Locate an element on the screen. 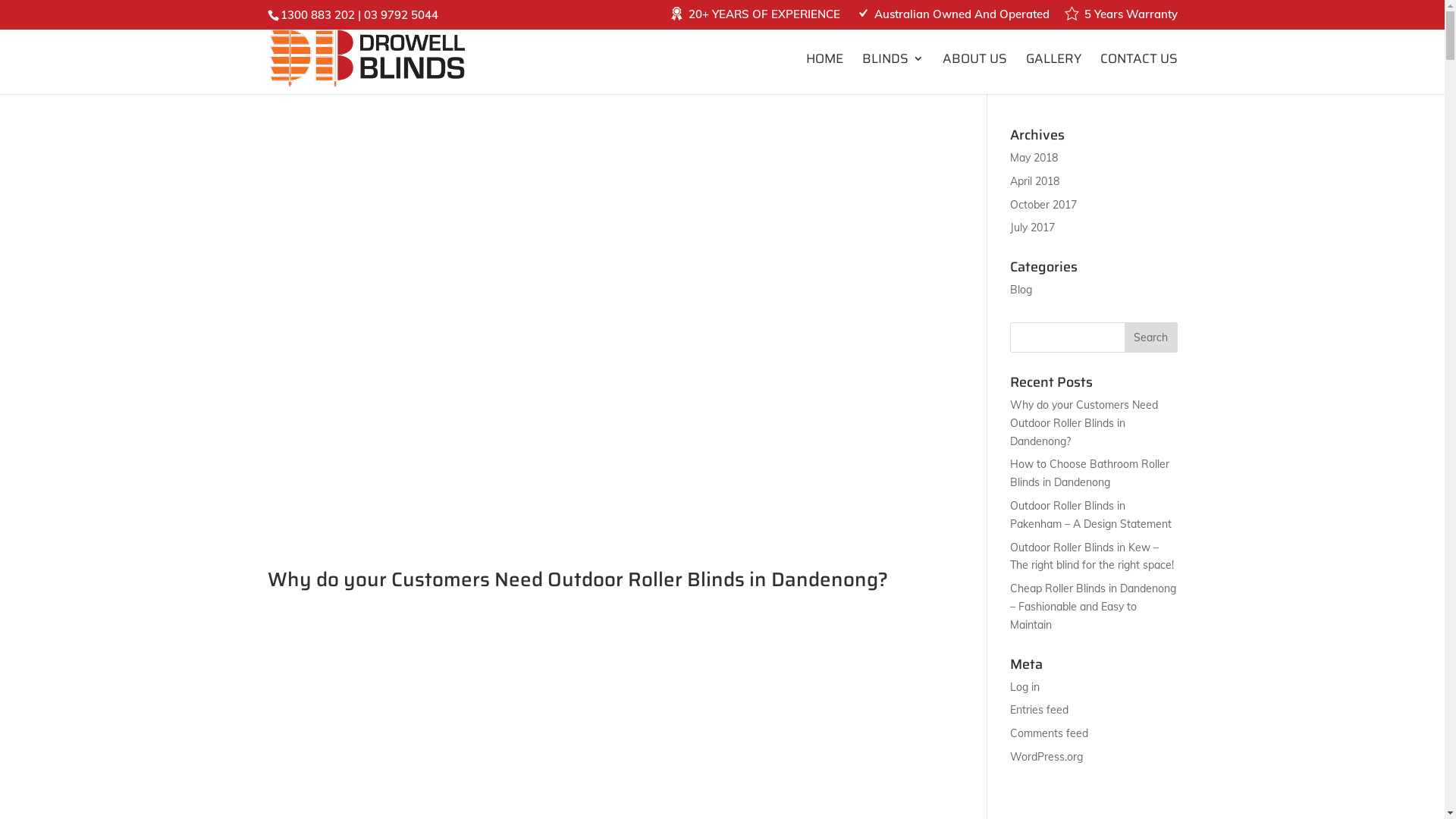 The width and height of the screenshot is (1456, 819). 'GALLERY' is located at coordinates (1052, 73).